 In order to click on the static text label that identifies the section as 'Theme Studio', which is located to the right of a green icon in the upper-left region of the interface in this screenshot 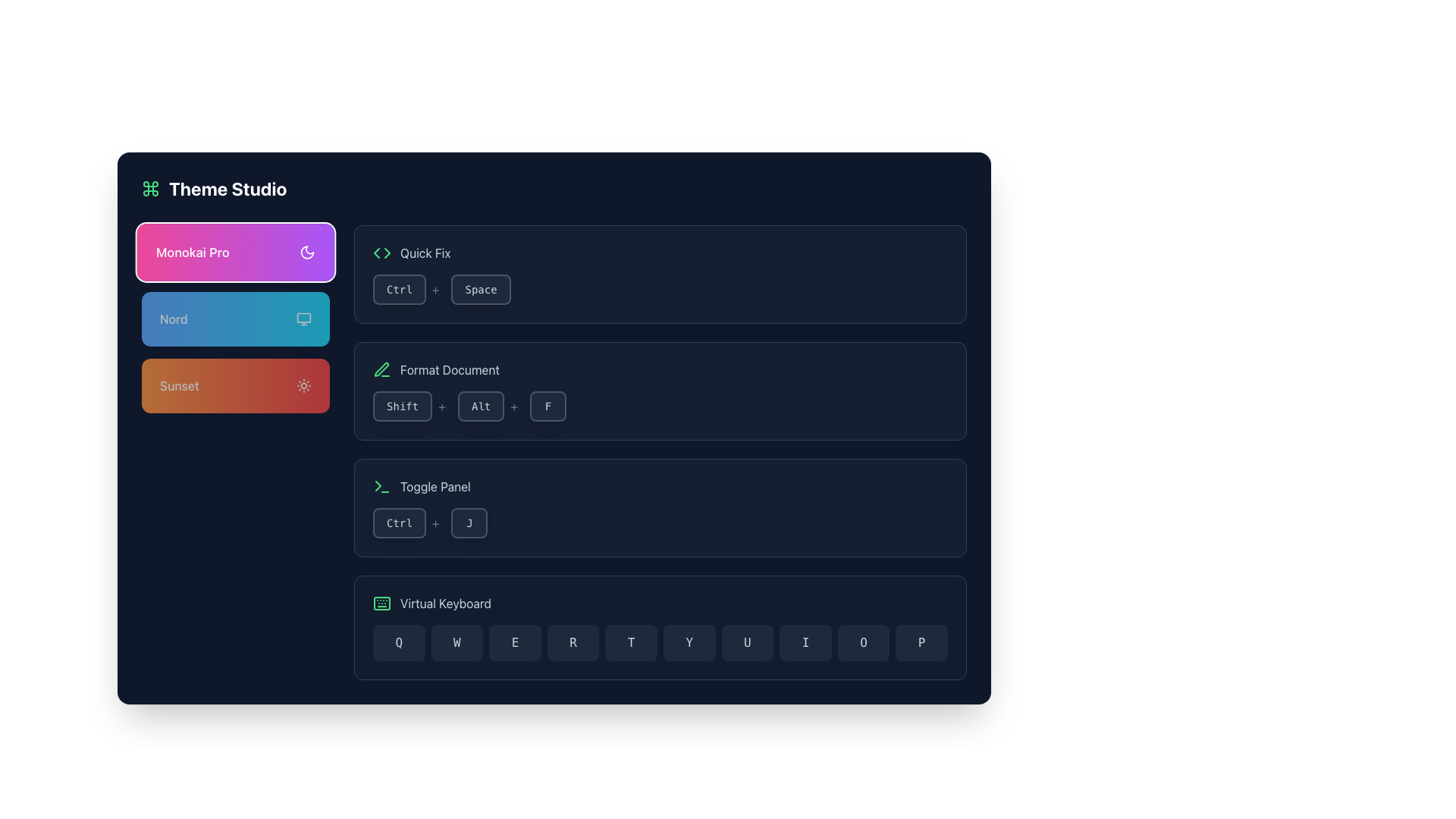, I will do `click(227, 188)`.